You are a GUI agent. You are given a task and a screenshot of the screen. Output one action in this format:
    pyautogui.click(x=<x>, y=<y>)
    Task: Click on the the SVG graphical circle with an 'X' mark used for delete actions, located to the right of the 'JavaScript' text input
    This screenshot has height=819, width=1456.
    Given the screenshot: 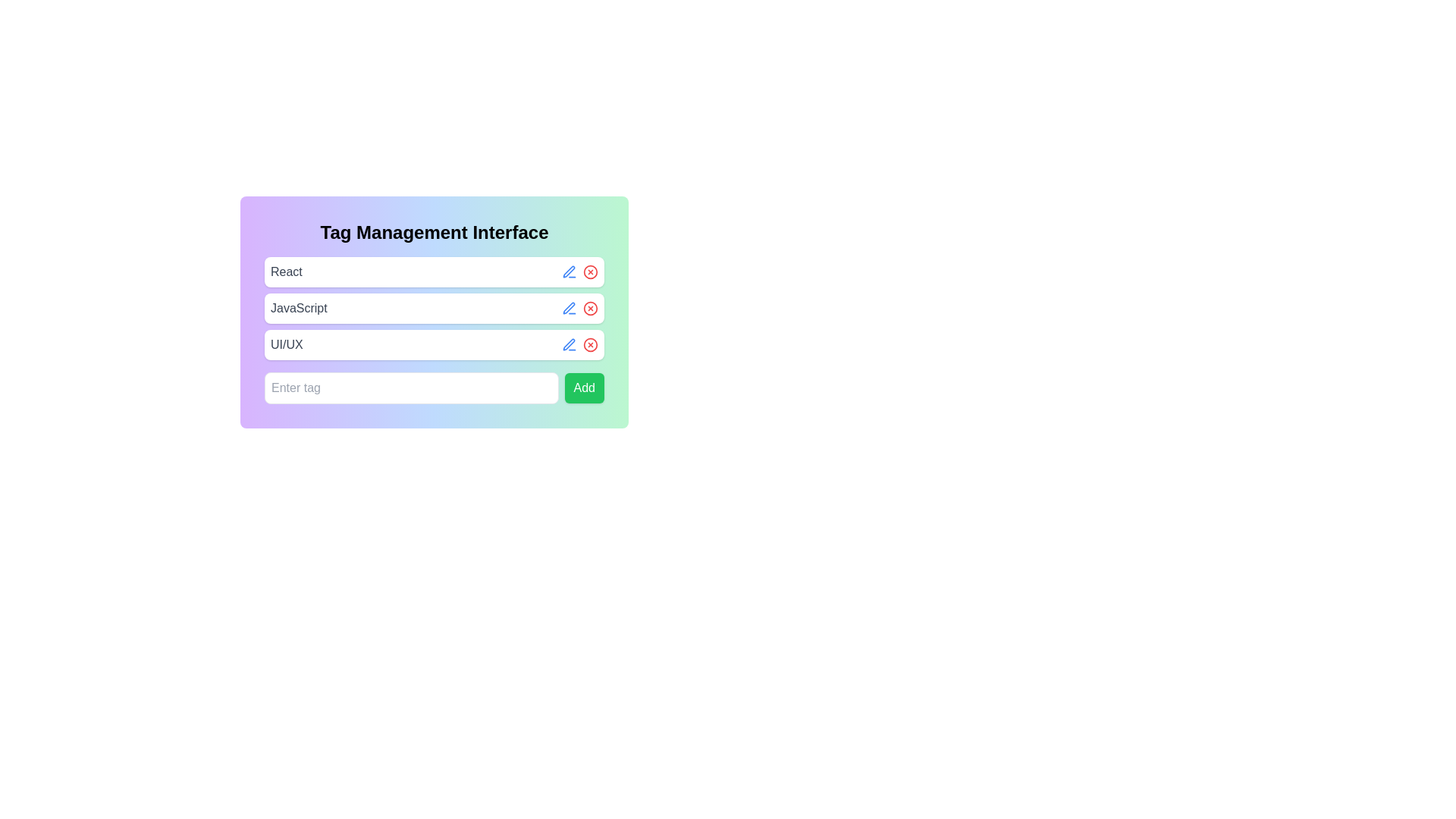 What is the action you would take?
    pyautogui.click(x=589, y=308)
    